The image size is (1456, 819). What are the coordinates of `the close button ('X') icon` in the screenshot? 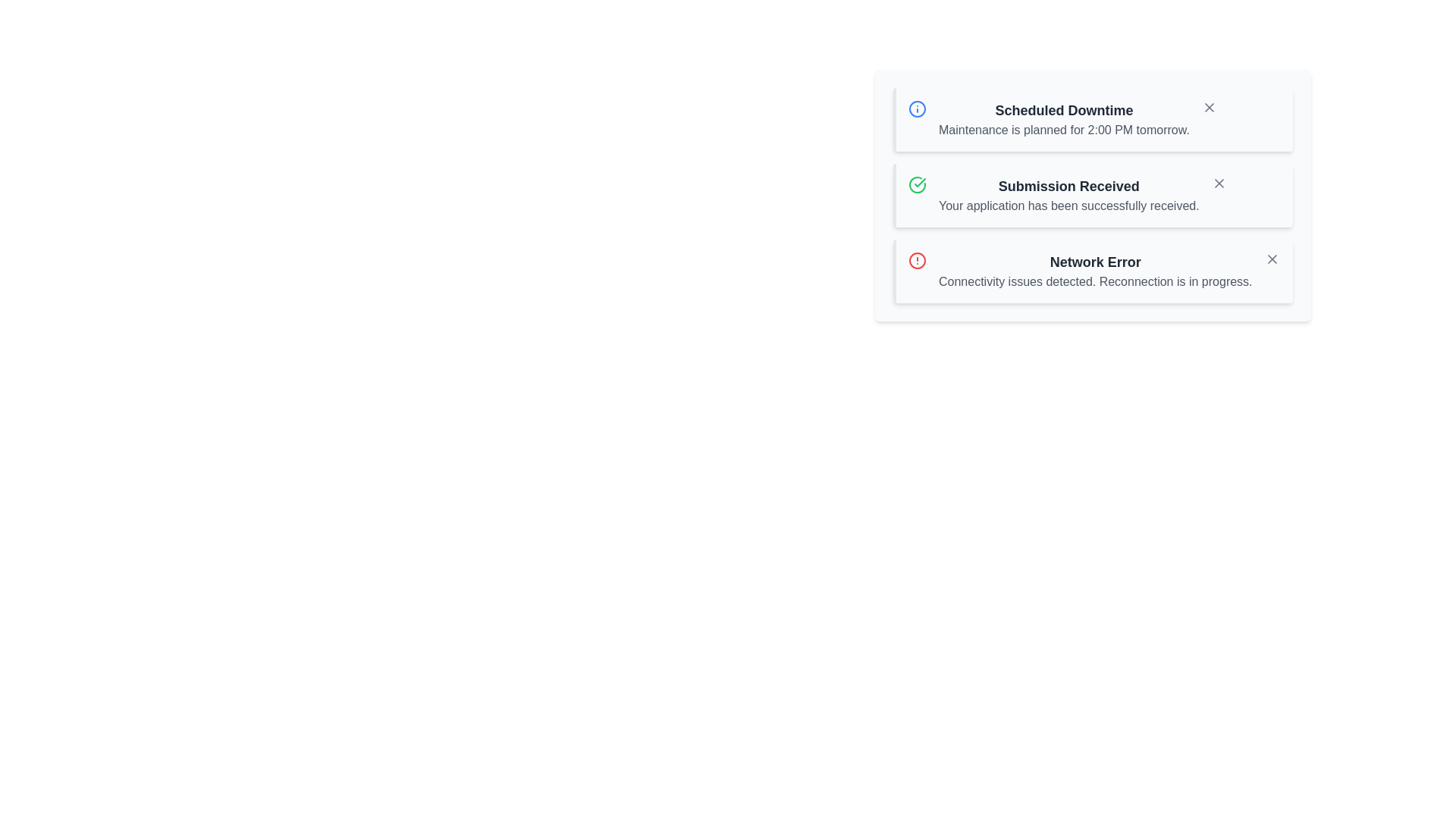 It's located at (1219, 183).